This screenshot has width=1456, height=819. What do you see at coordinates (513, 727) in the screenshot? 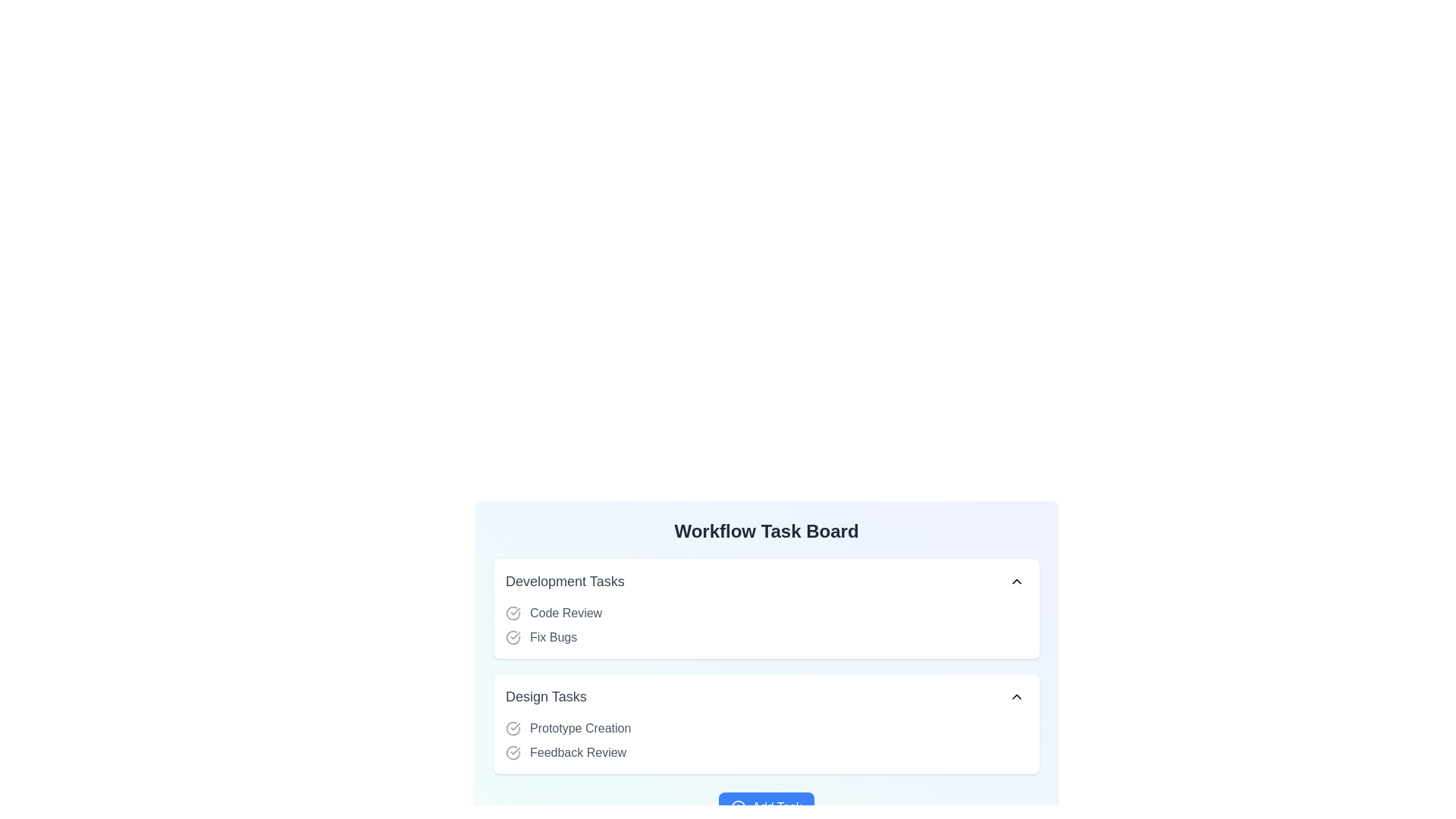
I see `the graphical icon indicating the status of the task 'Prototype Creation' in the 'Design Tasks' group, located to the left of the text 'Prototype Creation.'` at bounding box center [513, 727].